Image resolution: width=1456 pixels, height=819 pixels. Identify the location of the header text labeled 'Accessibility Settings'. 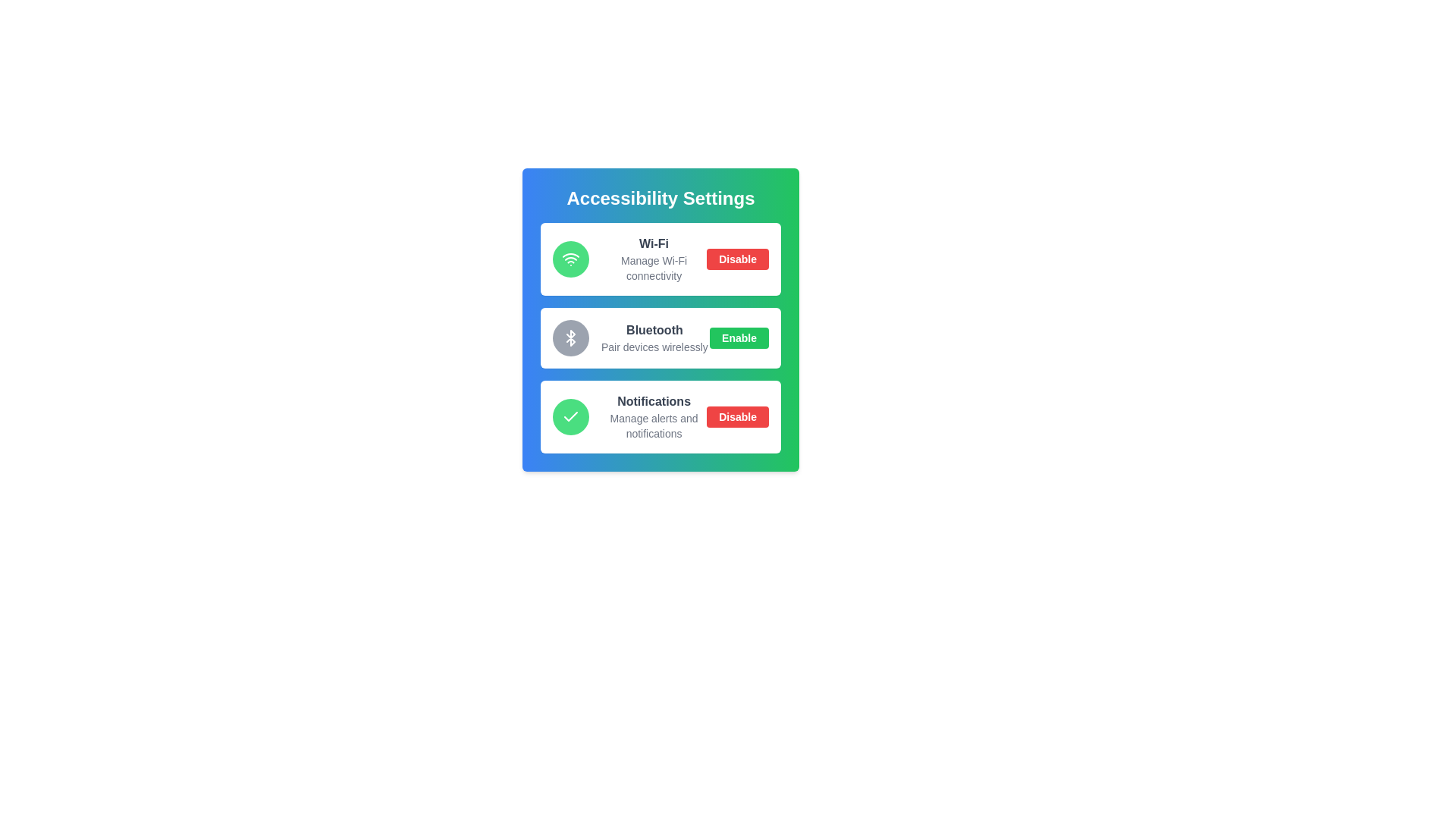
(661, 198).